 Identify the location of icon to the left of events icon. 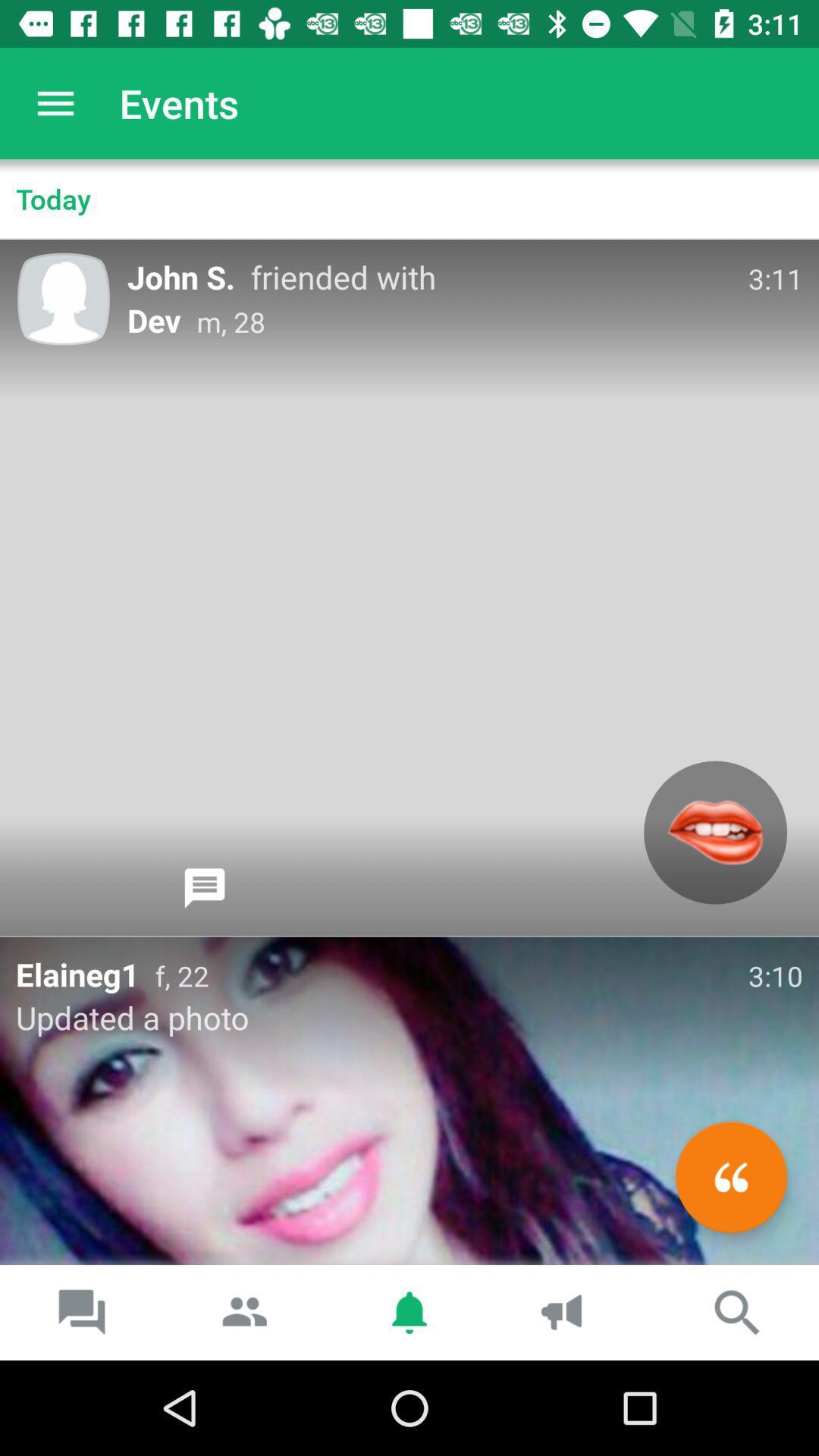
(55, 102).